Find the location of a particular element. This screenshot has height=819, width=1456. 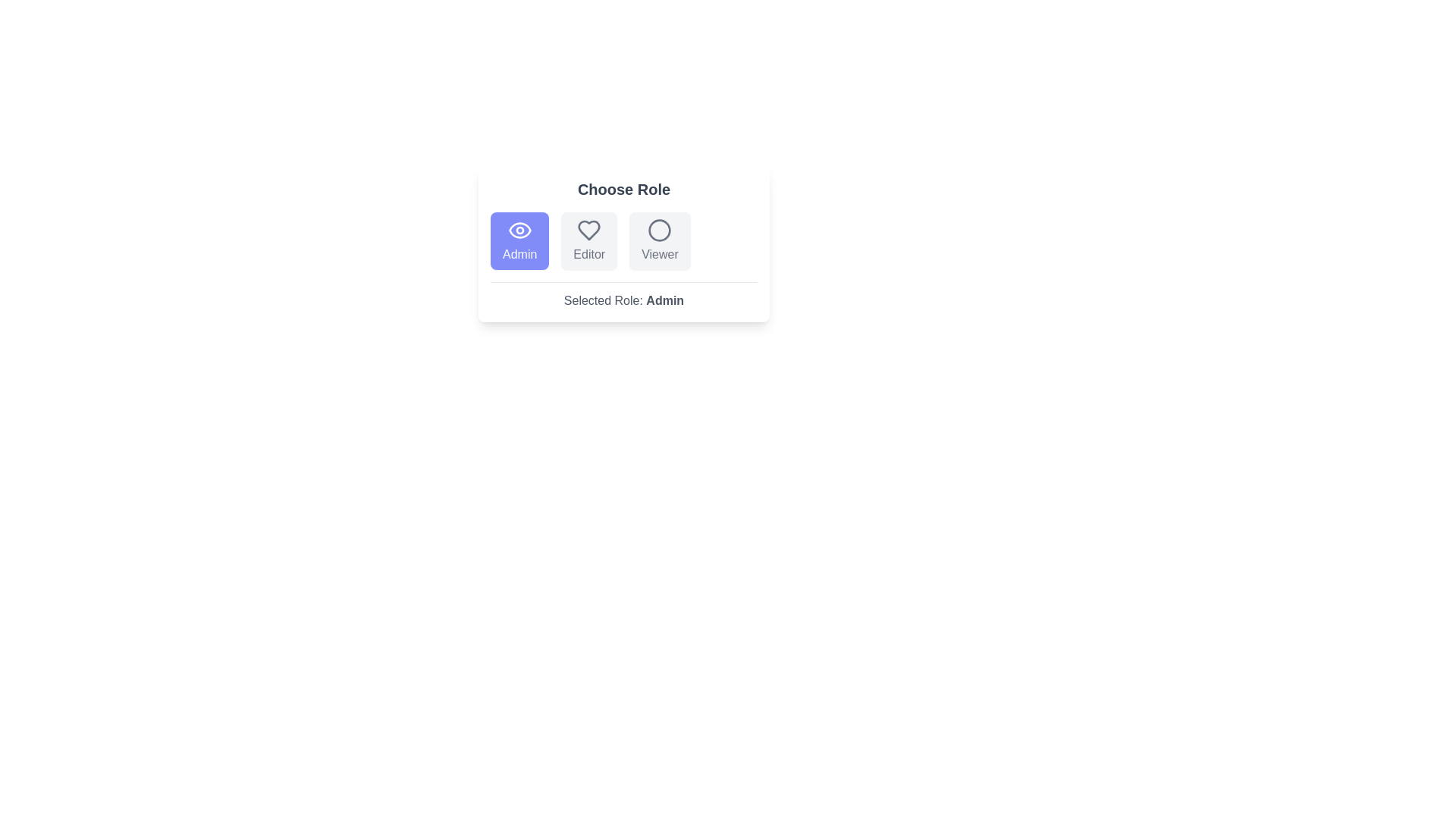

text label displaying 'Selected Role: Admin', which is positioned at the bottom center of a card-like structure, with 'Selected Role:' in gray and 'Admin' in bold is located at coordinates (623, 295).